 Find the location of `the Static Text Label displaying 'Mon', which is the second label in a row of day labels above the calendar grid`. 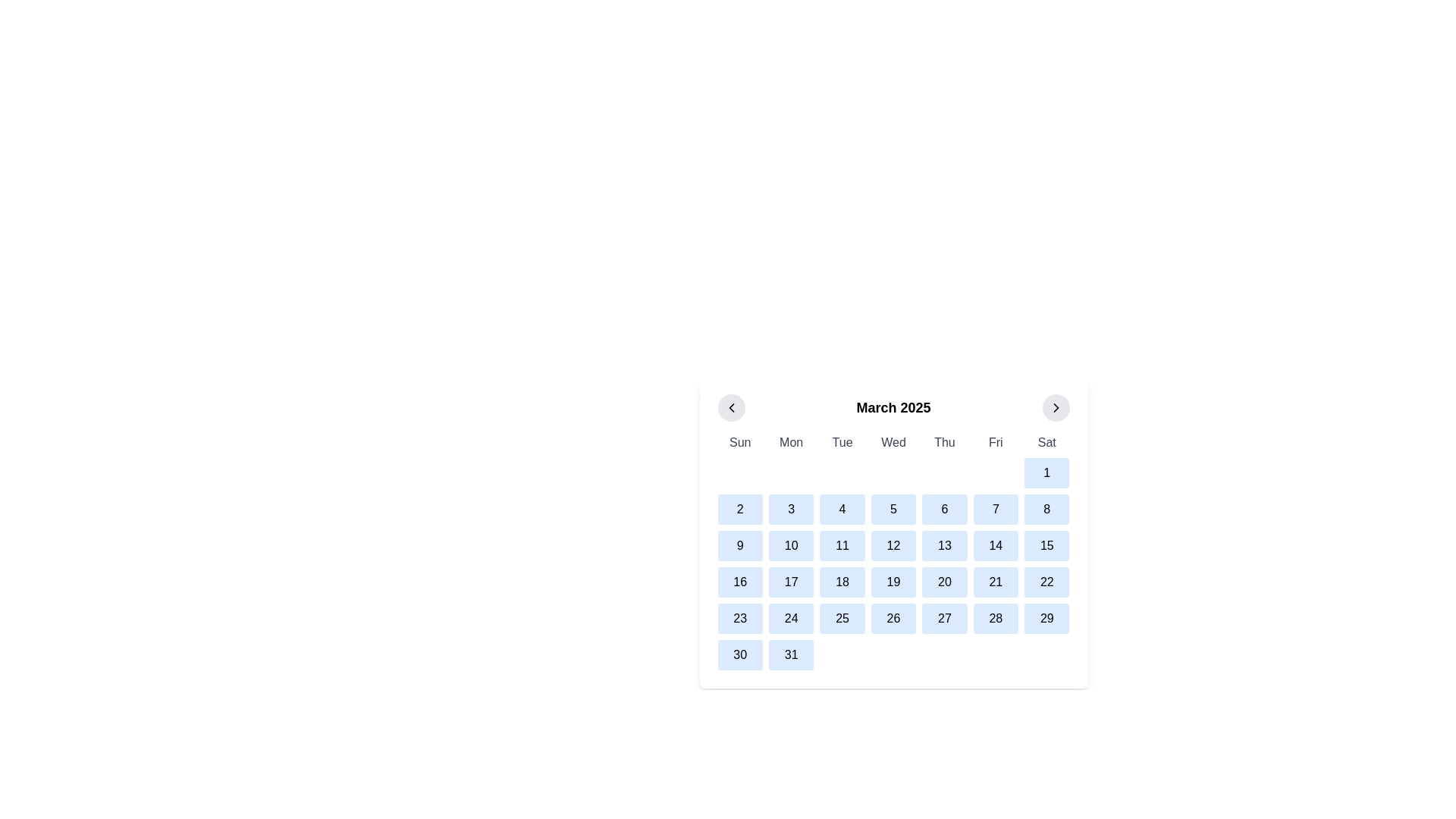

the Static Text Label displaying 'Mon', which is the second label in a row of day labels above the calendar grid is located at coordinates (790, 442).